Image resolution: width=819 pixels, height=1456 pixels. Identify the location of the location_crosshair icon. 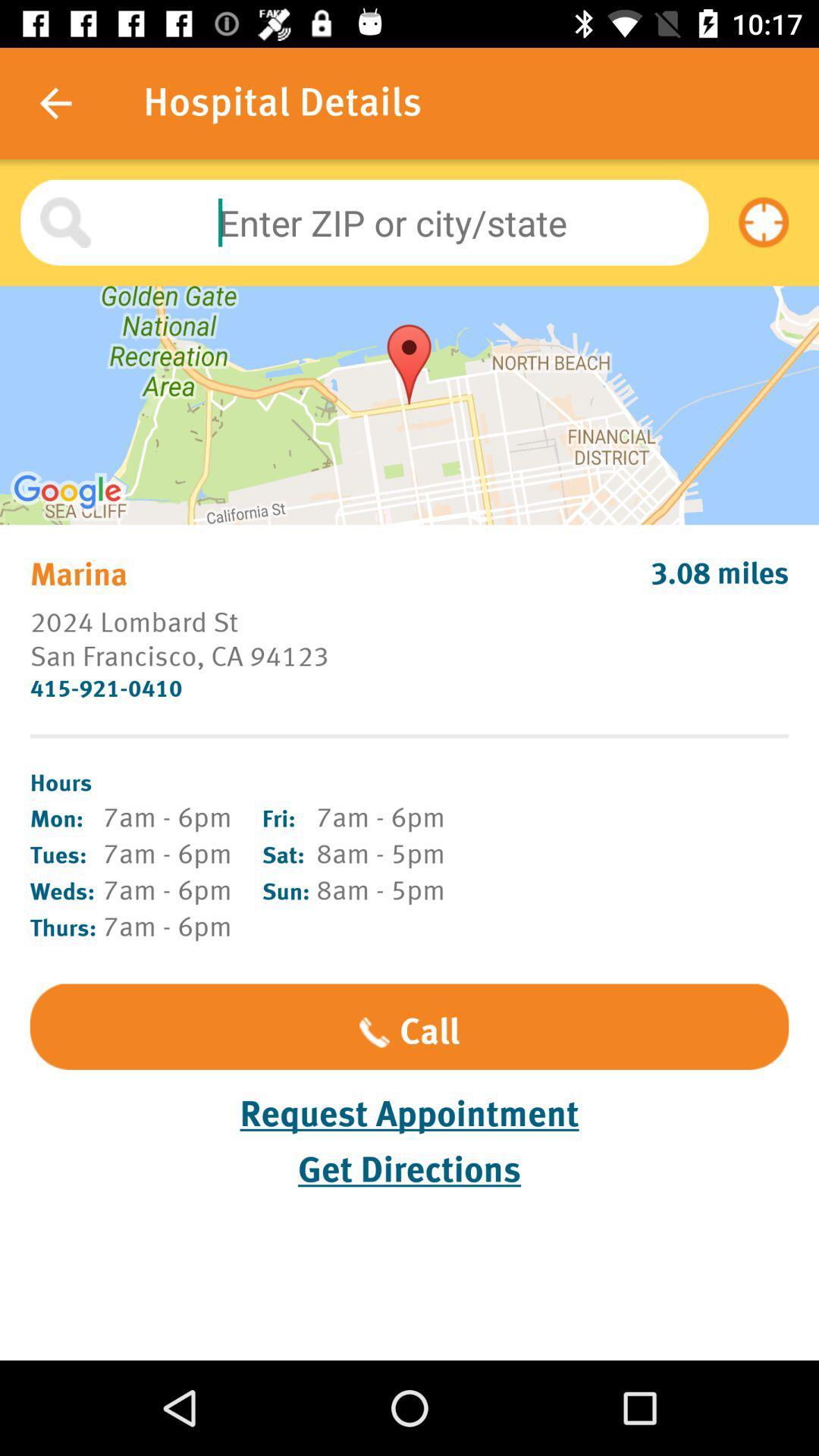
(764, 221).